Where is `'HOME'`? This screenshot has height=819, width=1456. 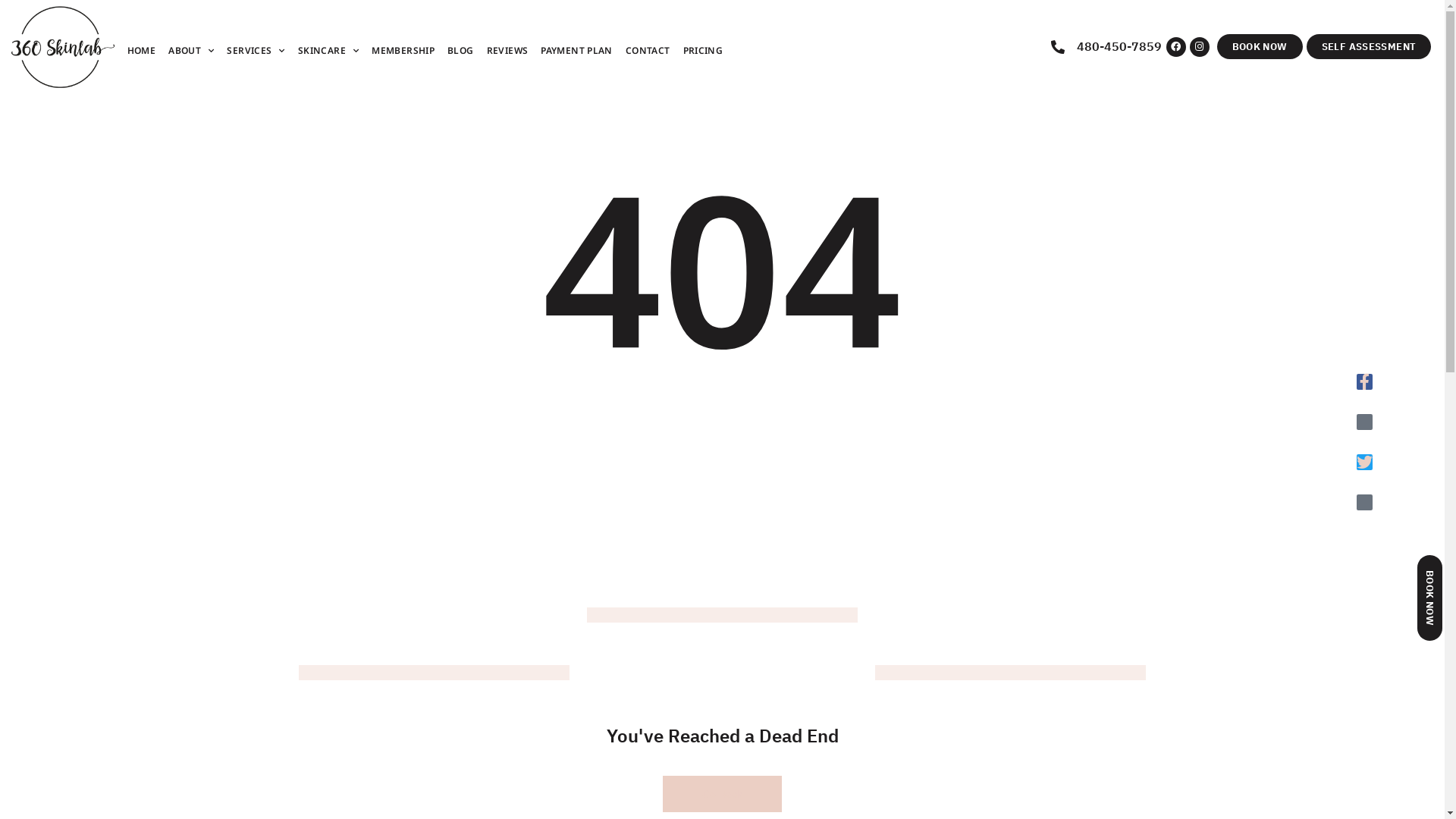 'HOME' is located at coordinates (142, 49).